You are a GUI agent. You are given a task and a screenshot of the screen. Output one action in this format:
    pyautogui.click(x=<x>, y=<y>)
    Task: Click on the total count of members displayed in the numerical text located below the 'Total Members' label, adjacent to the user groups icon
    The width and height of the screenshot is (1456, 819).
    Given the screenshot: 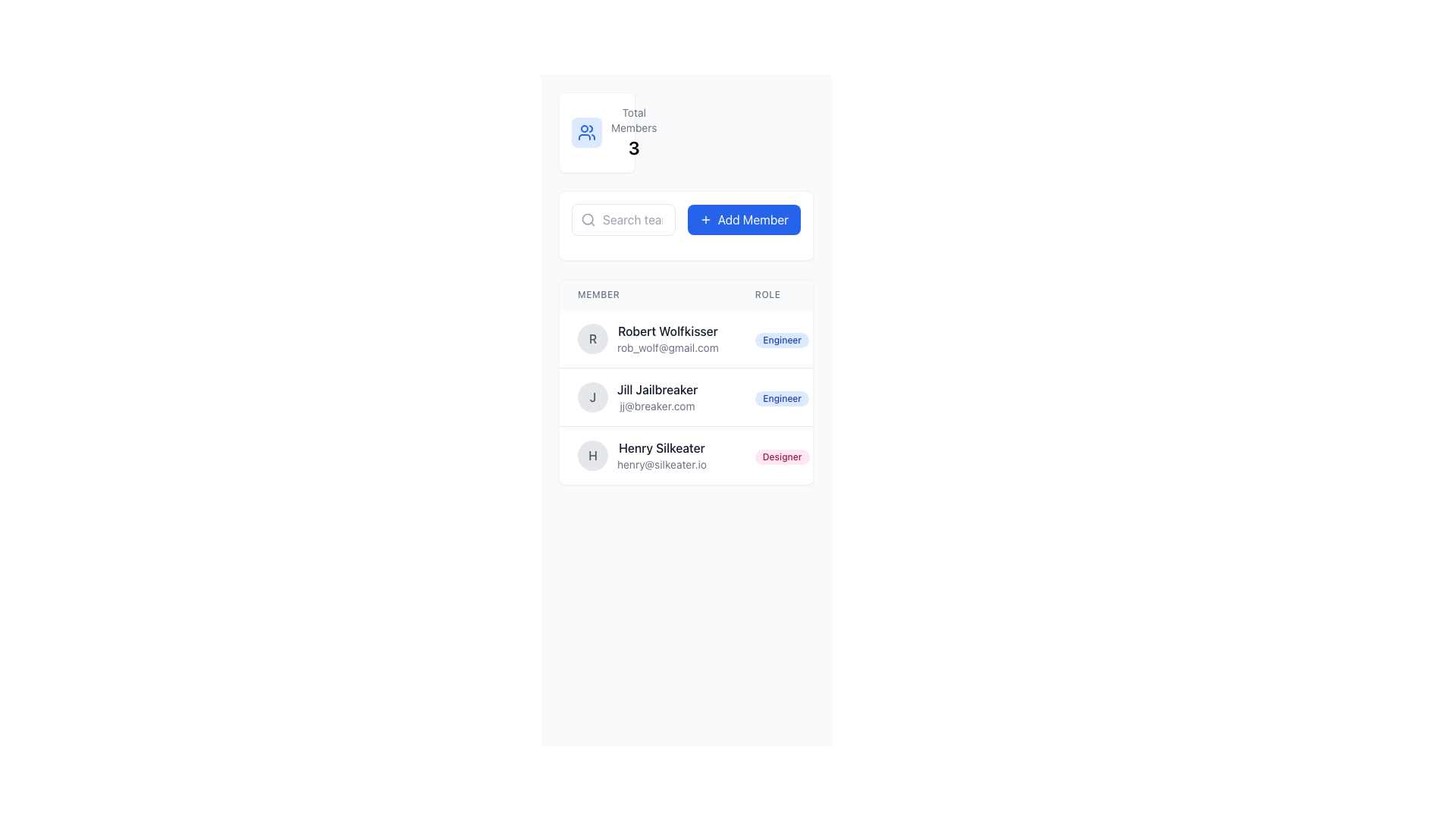 What is the action you would take?
    pyautogui.click(x=634, y=148)
    